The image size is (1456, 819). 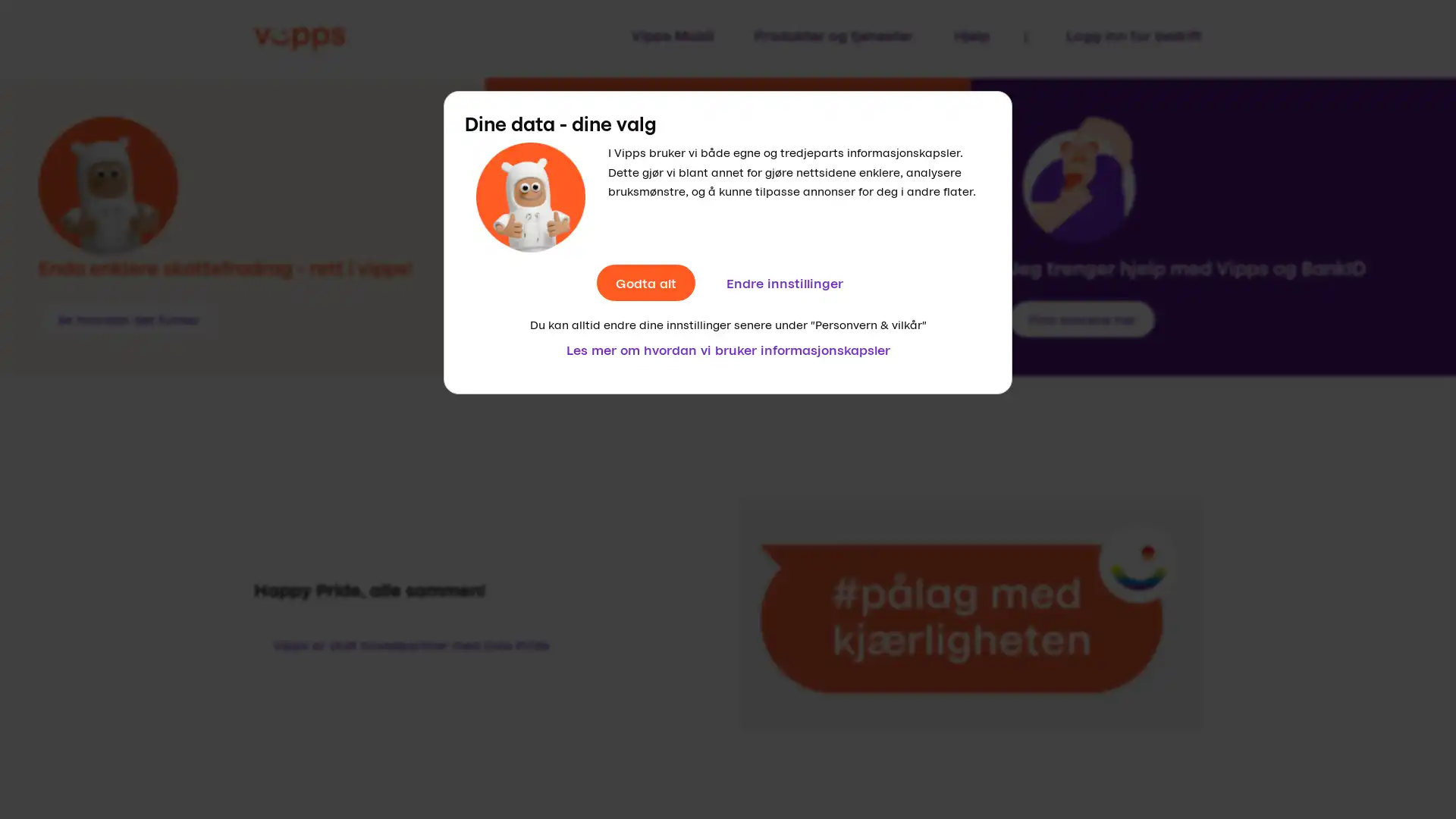 What do you see at coordinates (1080, 318) in the screenshot?
I see `Finn svarene her` at bounding box center [1080, 318].